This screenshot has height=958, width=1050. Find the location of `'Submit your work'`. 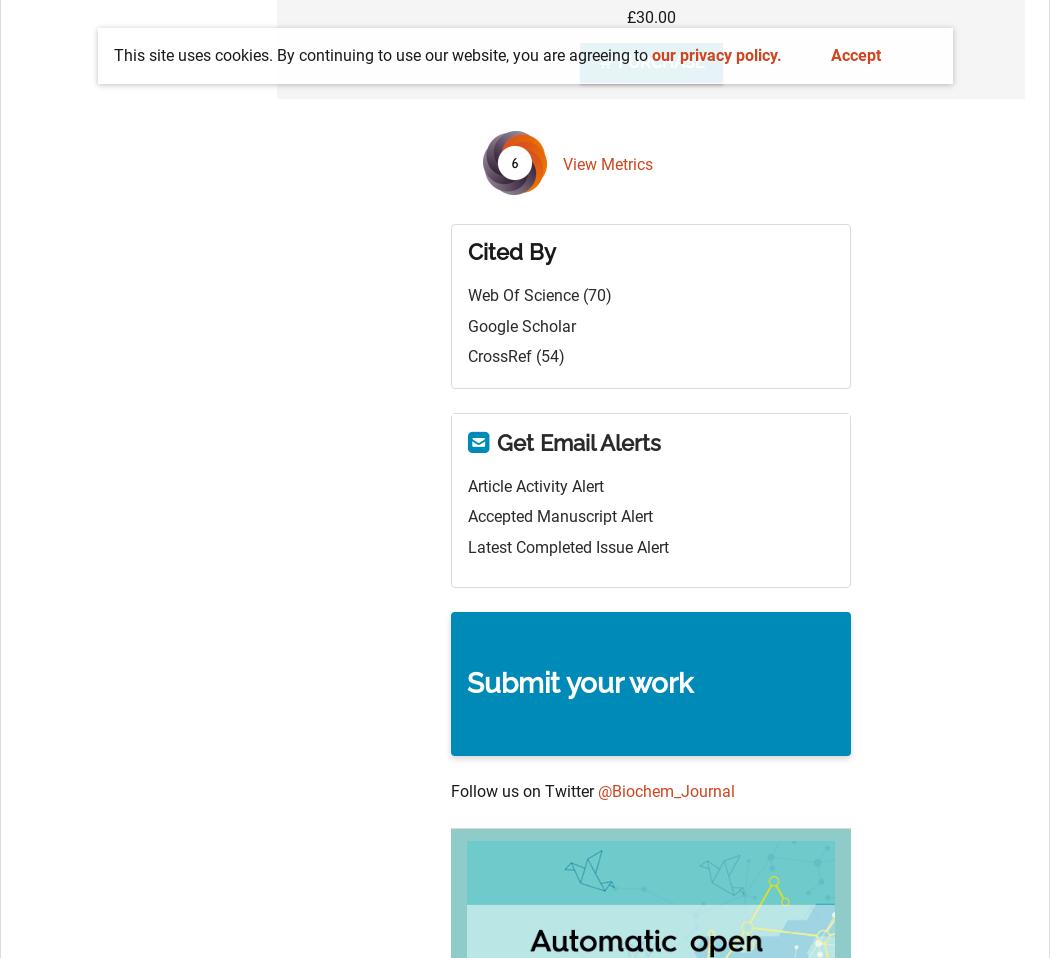

'Submit your work' is located at coordinates (579, 682).